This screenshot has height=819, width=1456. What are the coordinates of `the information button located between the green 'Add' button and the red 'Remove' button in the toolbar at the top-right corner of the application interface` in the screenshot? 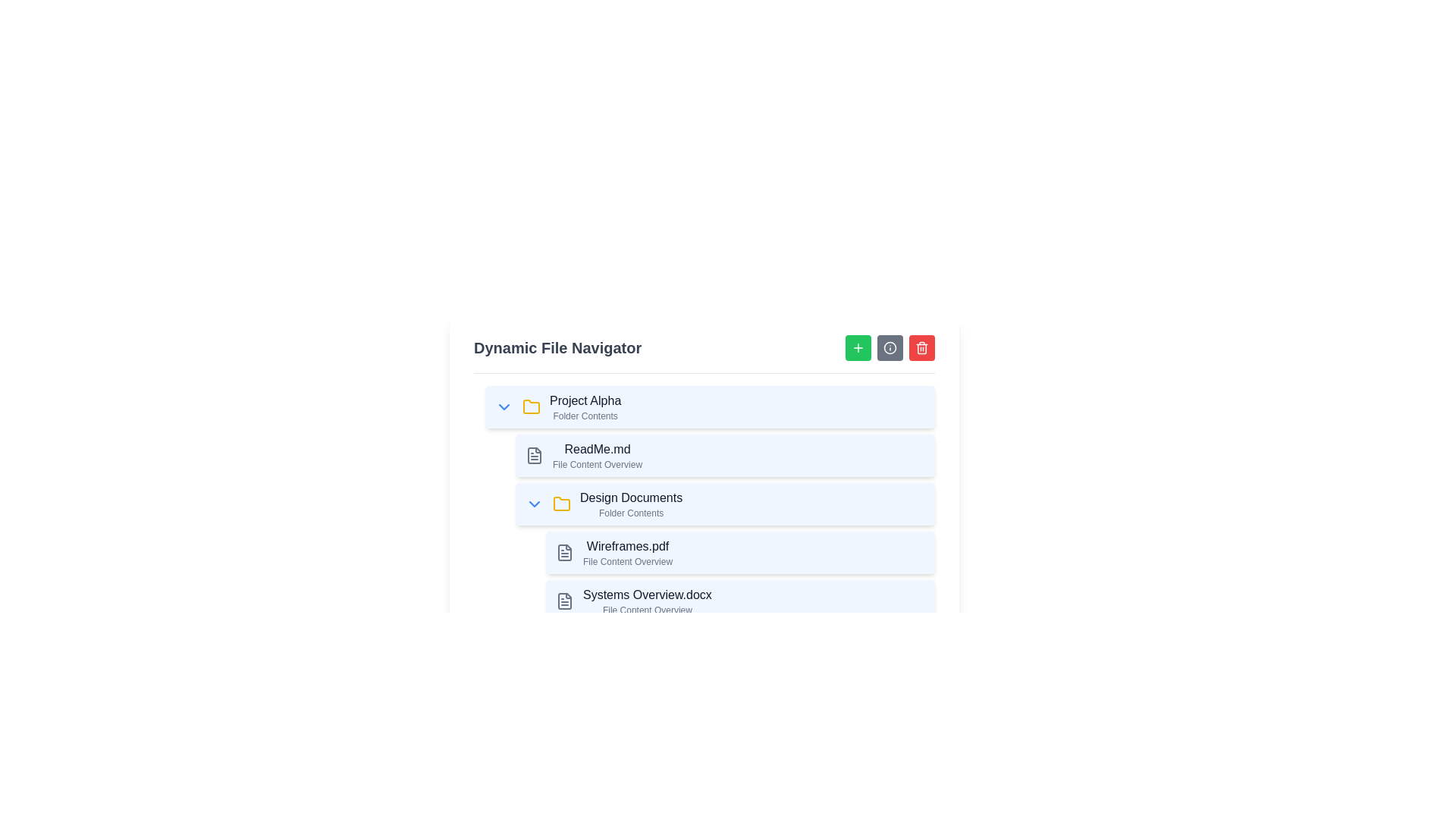 It's located at (890, 348).